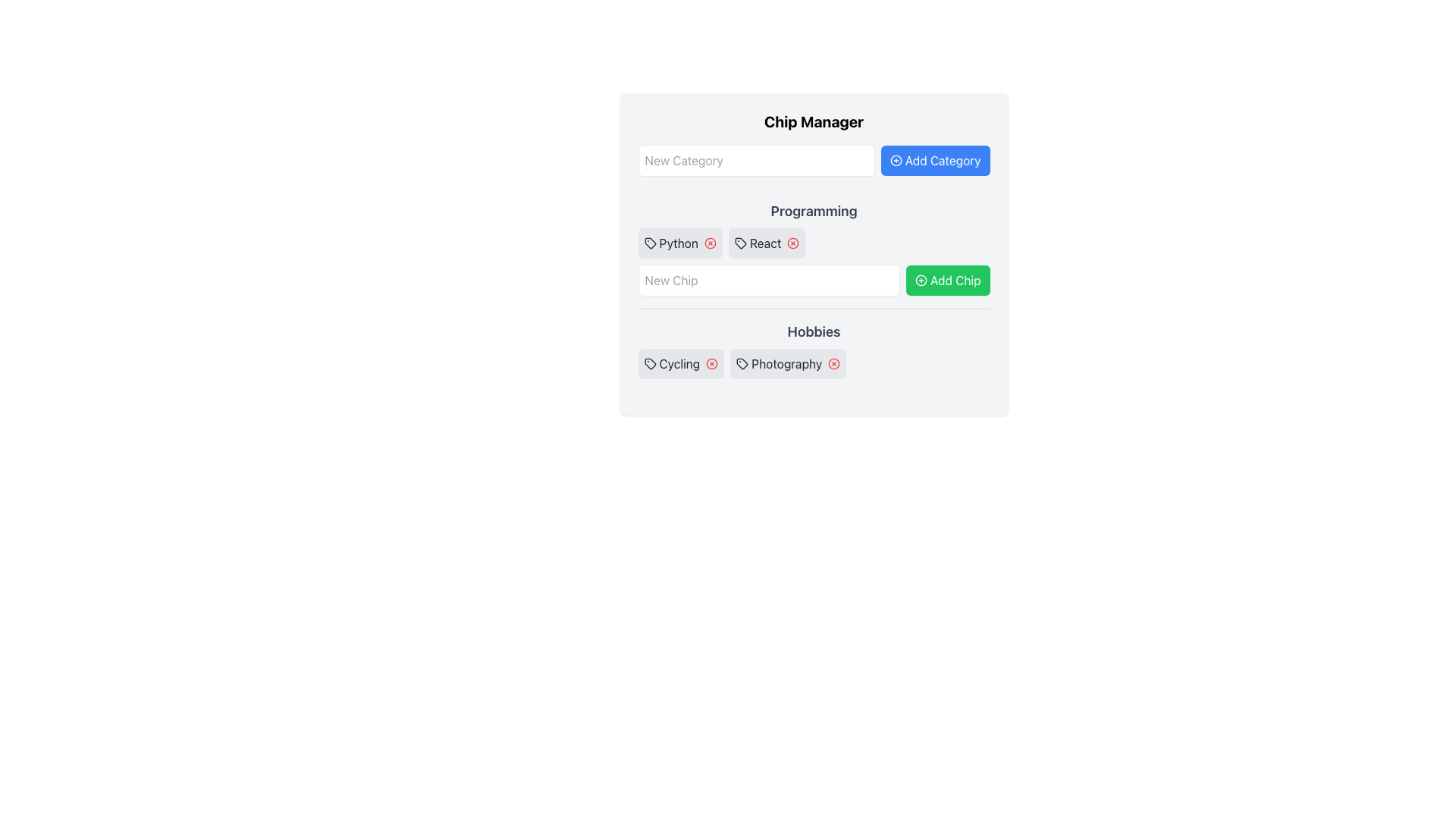 This screenshot has height=819, width=1456. What do you see at coordinates (709, 242) in the screenshot?
I see `the small circular close/delete icon located to the right of the 'Python' label in the 'Programming' section` at bounding box center [709, 242].